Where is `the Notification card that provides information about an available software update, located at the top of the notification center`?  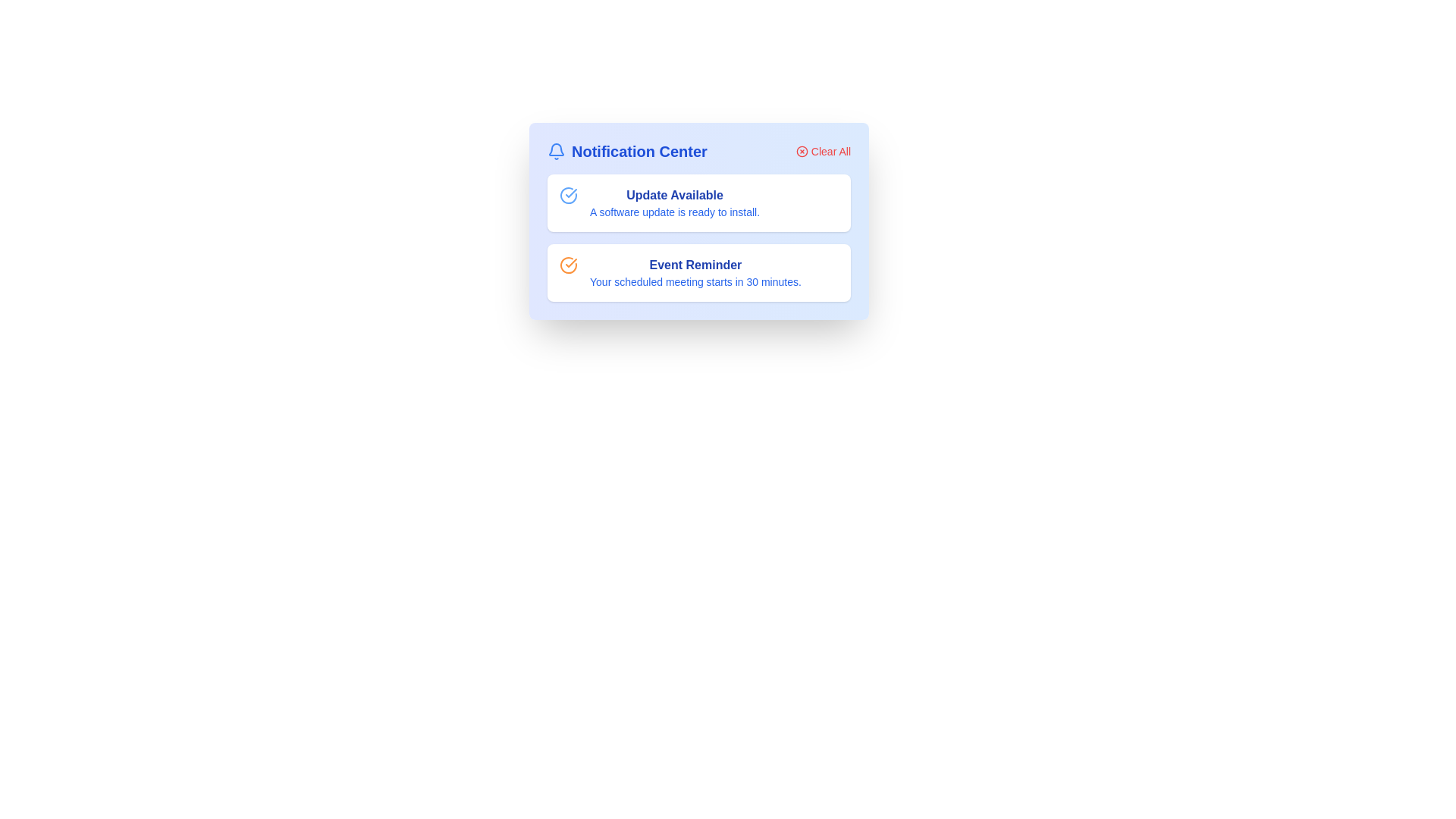
the Notification card that provides information about an available software update, located at the top of the notification center is located at coordinates (698, 202).